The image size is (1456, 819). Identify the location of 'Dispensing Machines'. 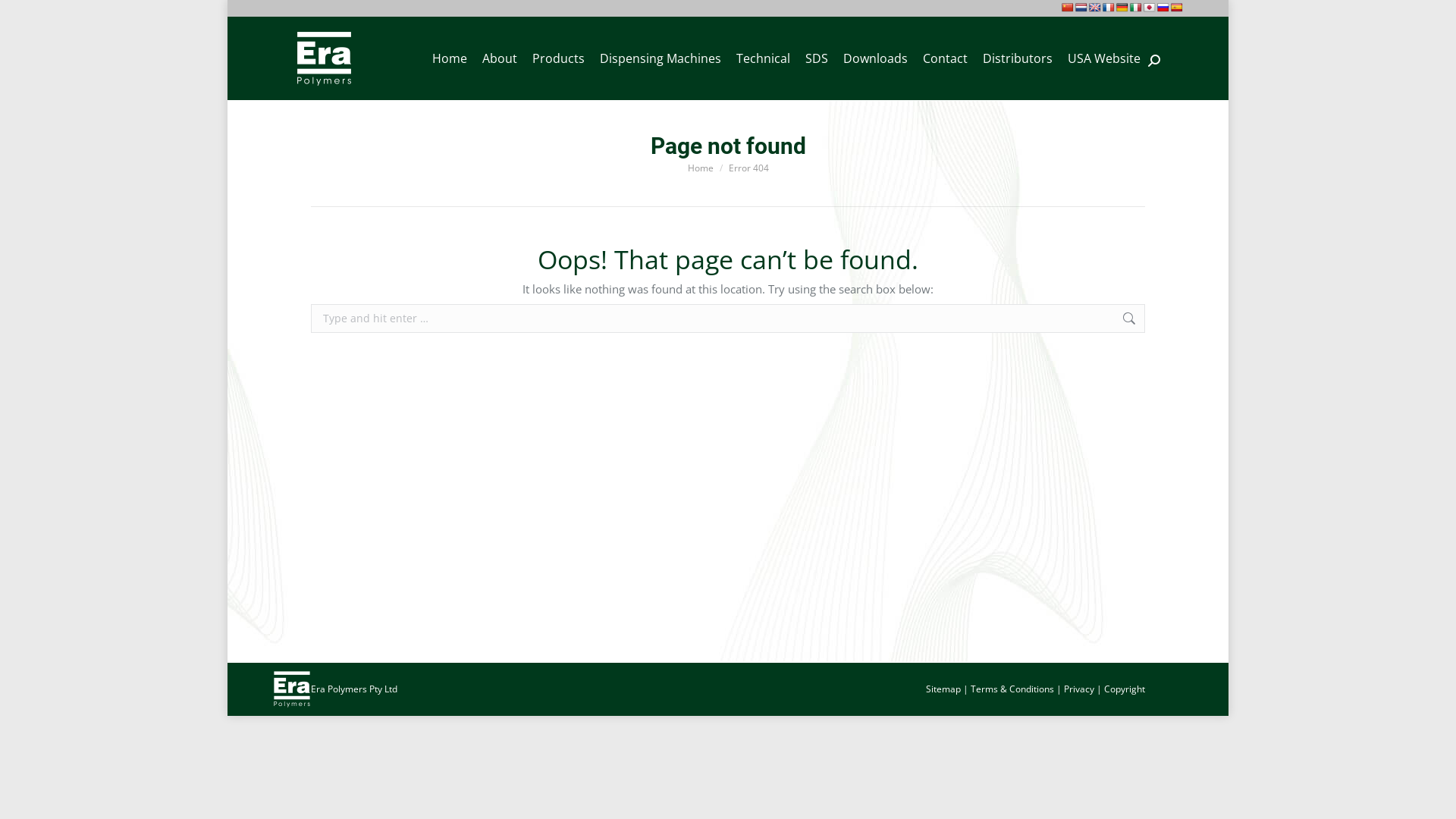
(660, 58).